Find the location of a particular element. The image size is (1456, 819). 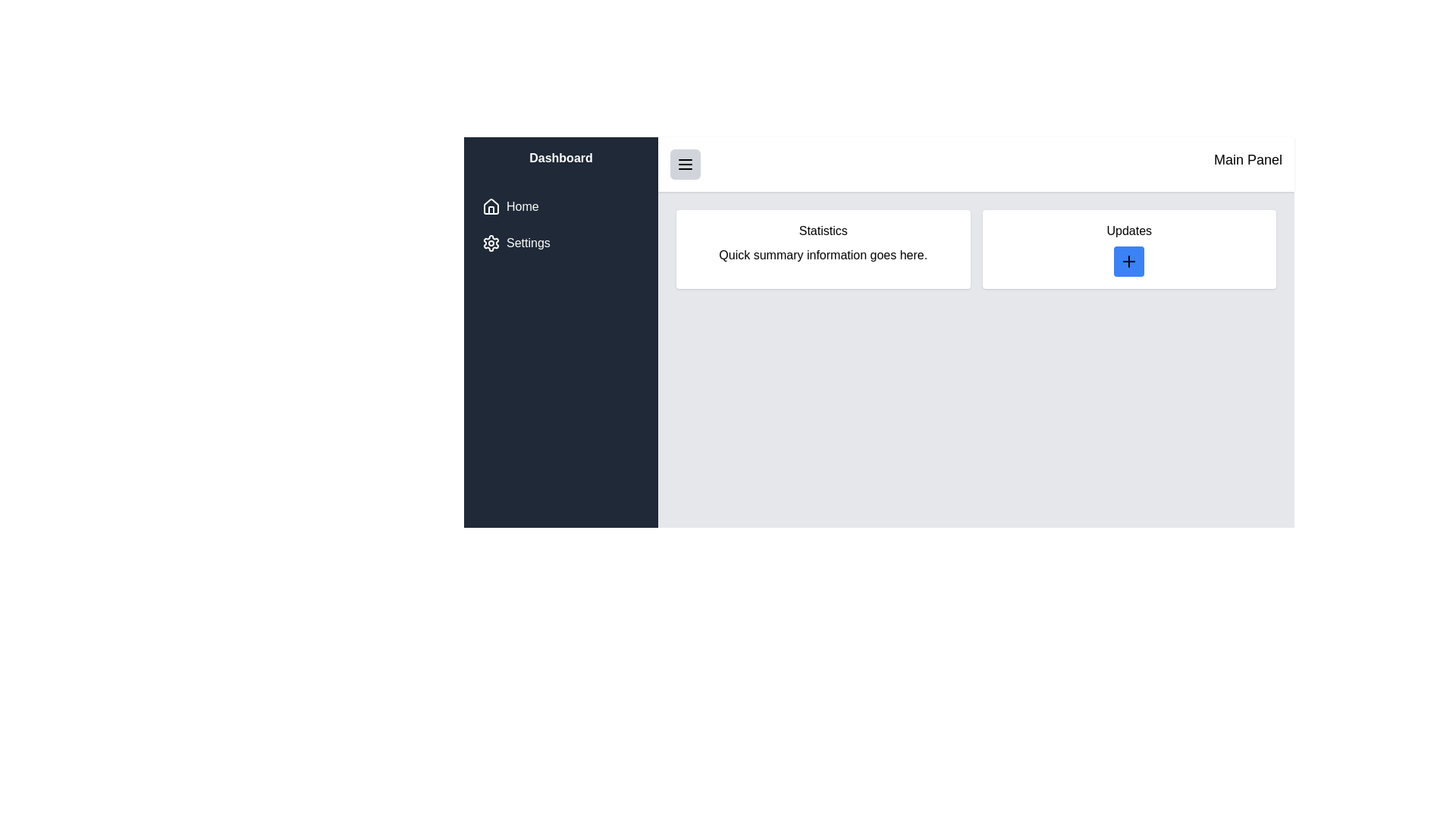

the 'Settings' icon located in the left sidebar is located at coordinates (491, 242).